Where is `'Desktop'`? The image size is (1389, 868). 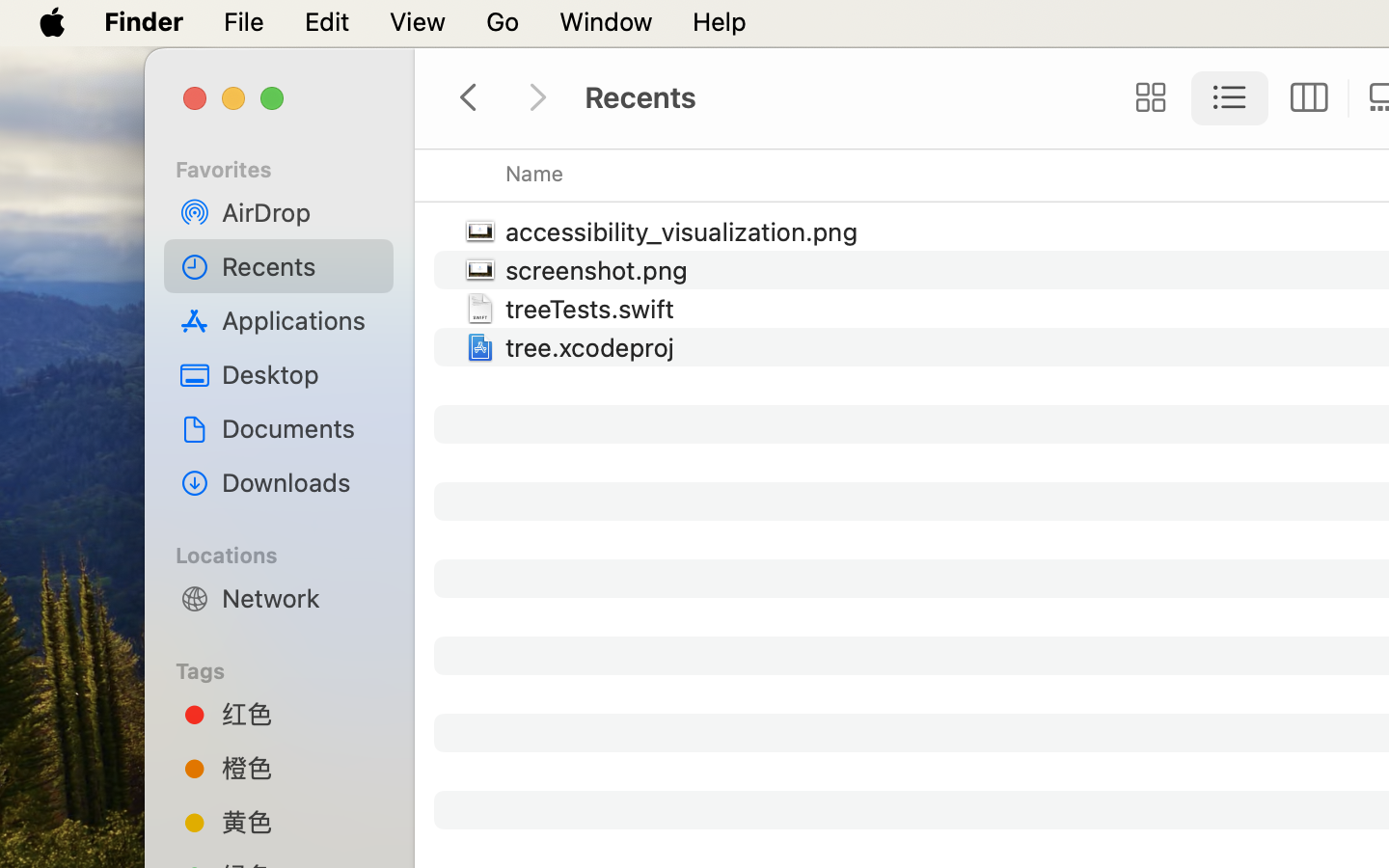
'Desktop' is located at coordinates (300, 373).